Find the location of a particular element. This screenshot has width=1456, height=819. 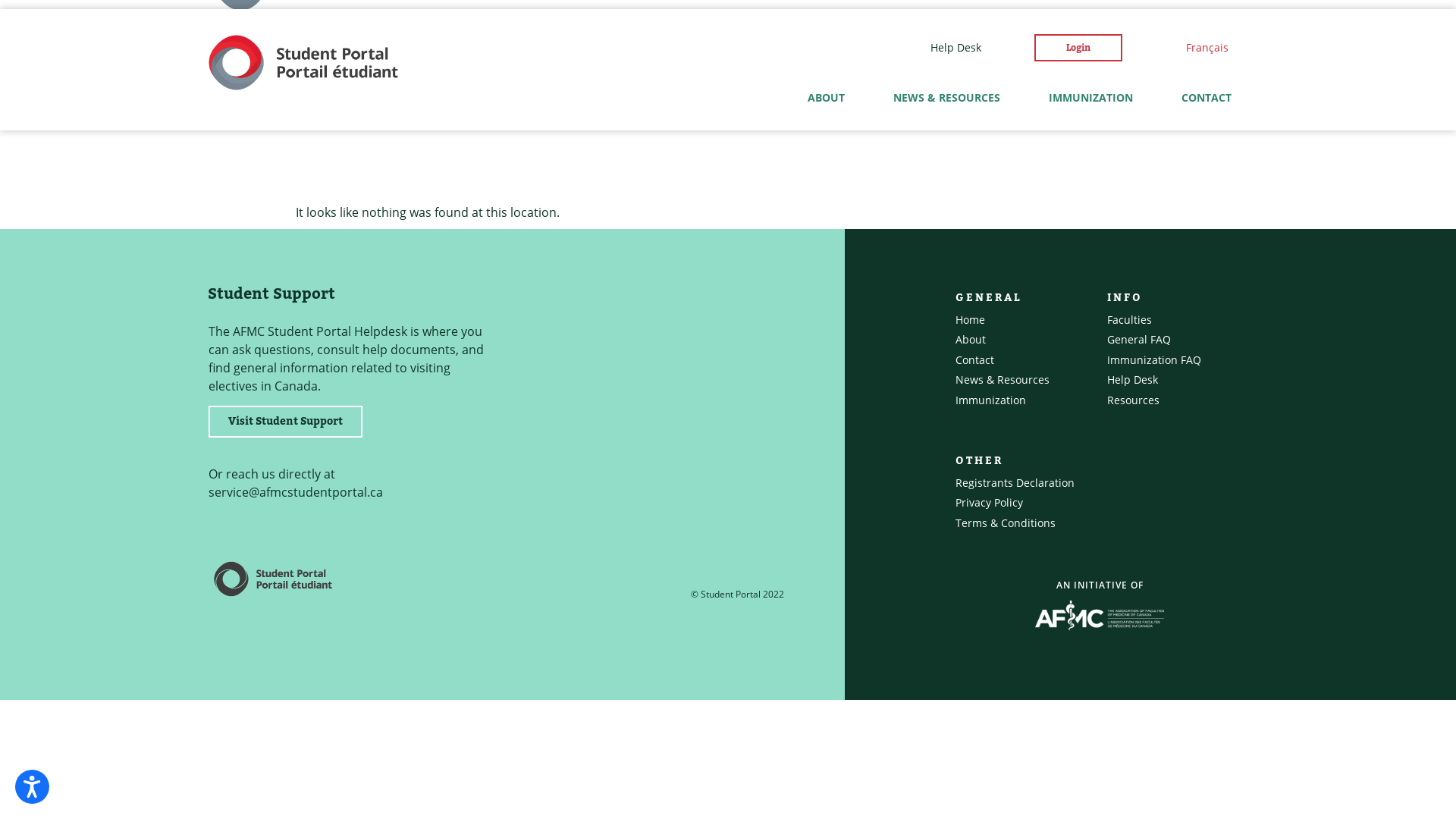

'NEWS & RESOURCES' is located at coordinates (946, 97).